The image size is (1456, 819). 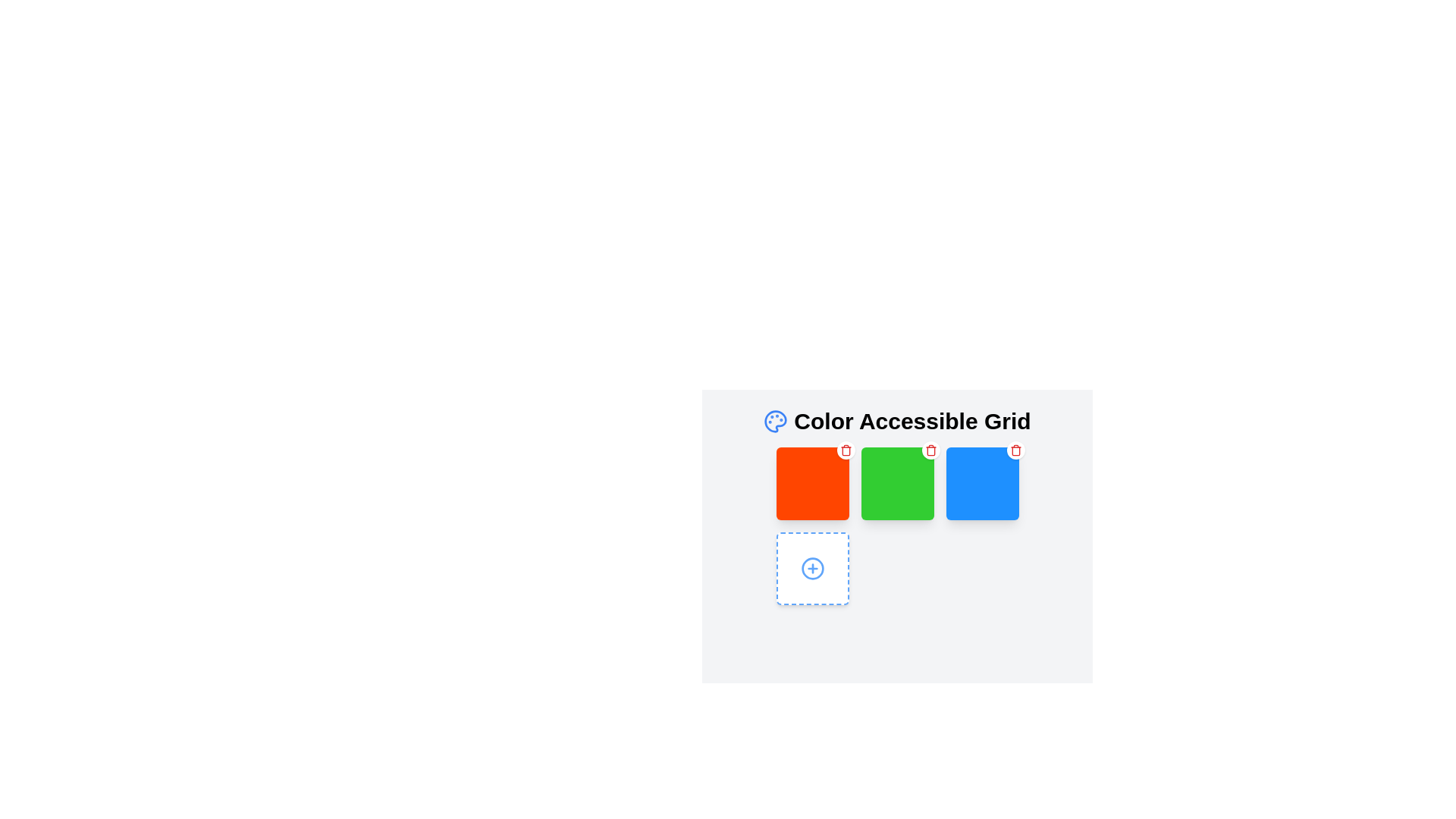 I want to click on the third interactive grid item, which is a blue square, so click(x=982, y=483).